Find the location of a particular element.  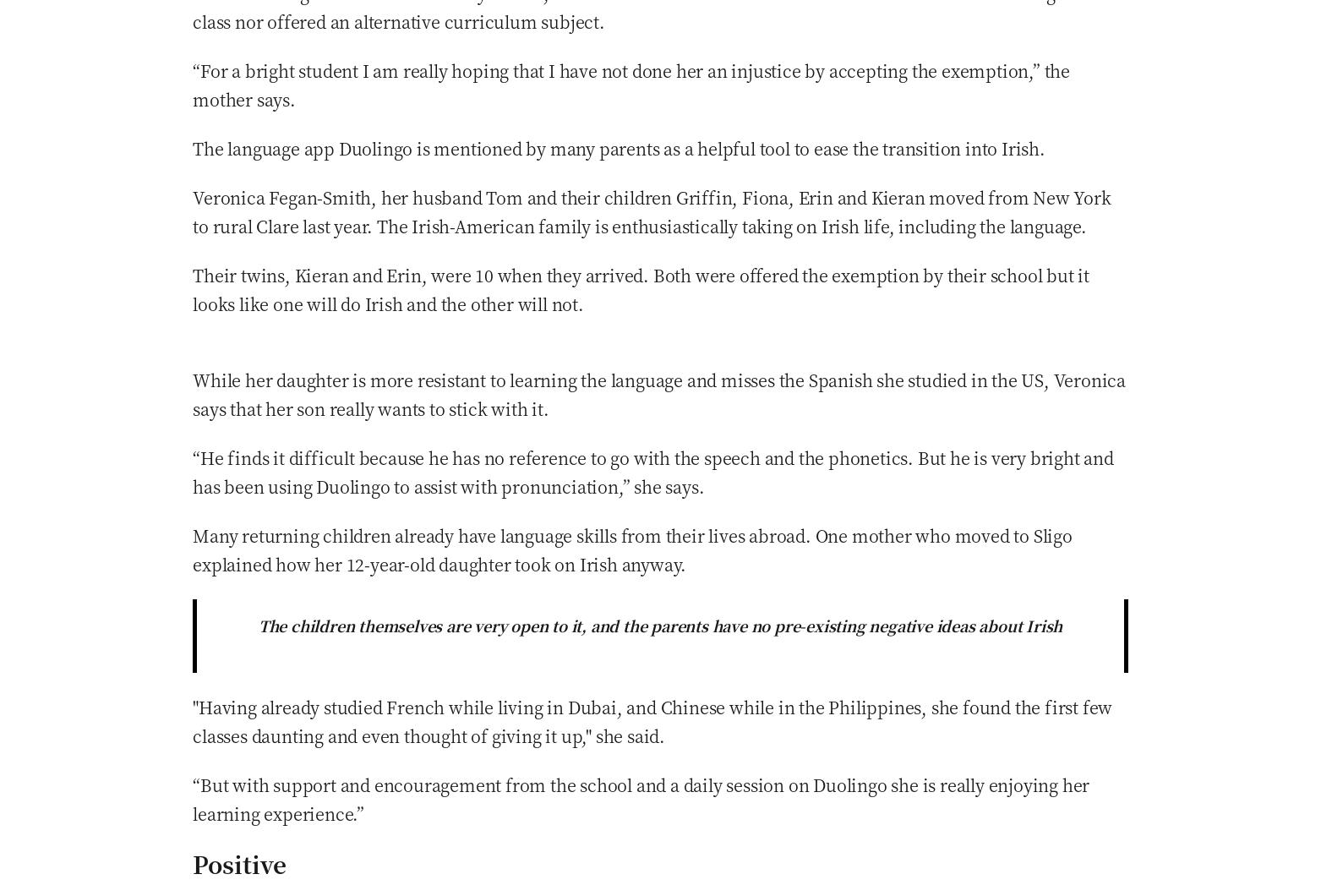

'“He finds it difficult because he has no reference to go with the speech and the phonetics. But he is very bright and has been using Duolingo to assist with pronunciation,” she says.' is located at coordinates (192, 471).